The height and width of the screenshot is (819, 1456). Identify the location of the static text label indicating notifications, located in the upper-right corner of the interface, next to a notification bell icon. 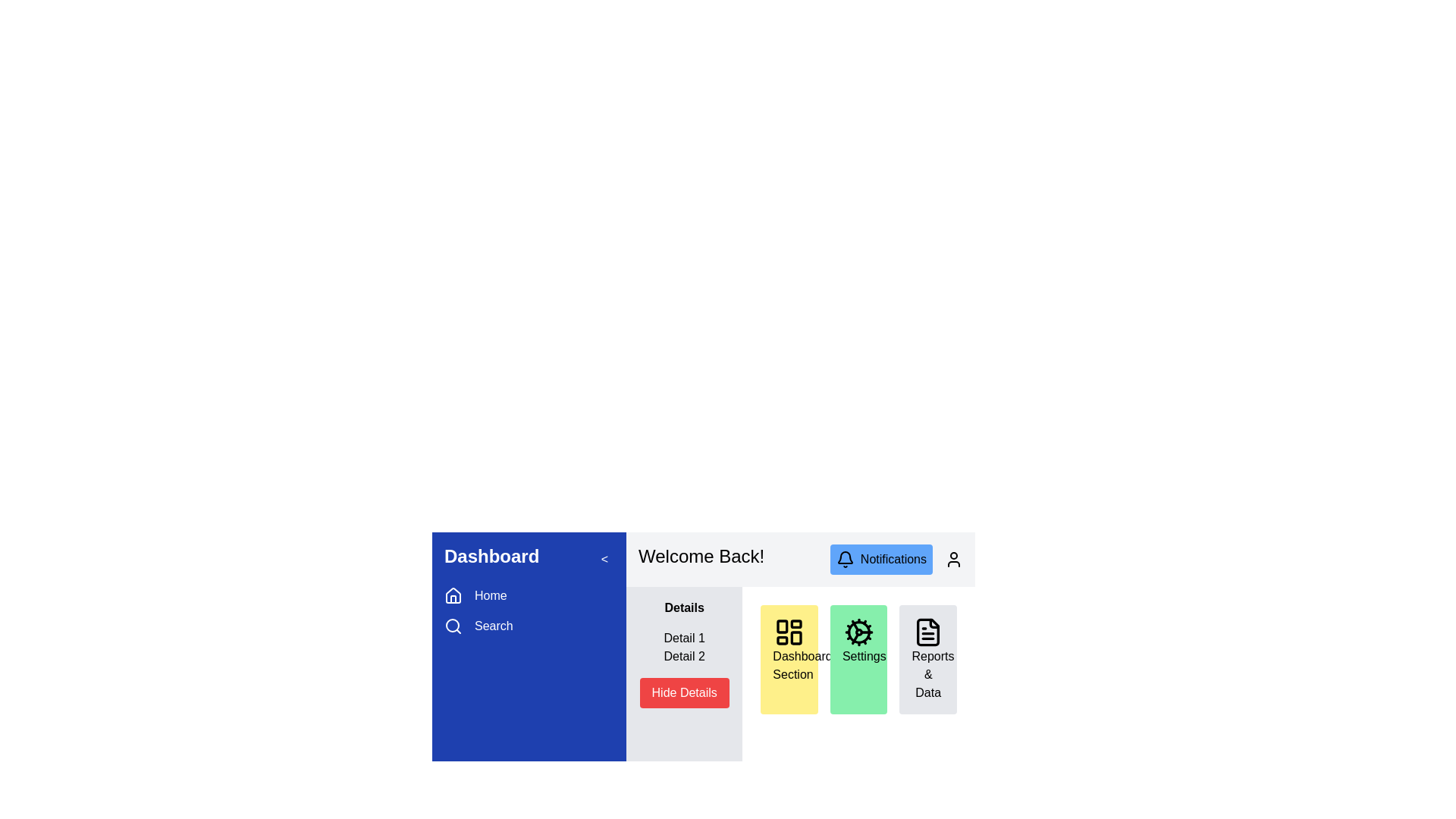
(893, 559).